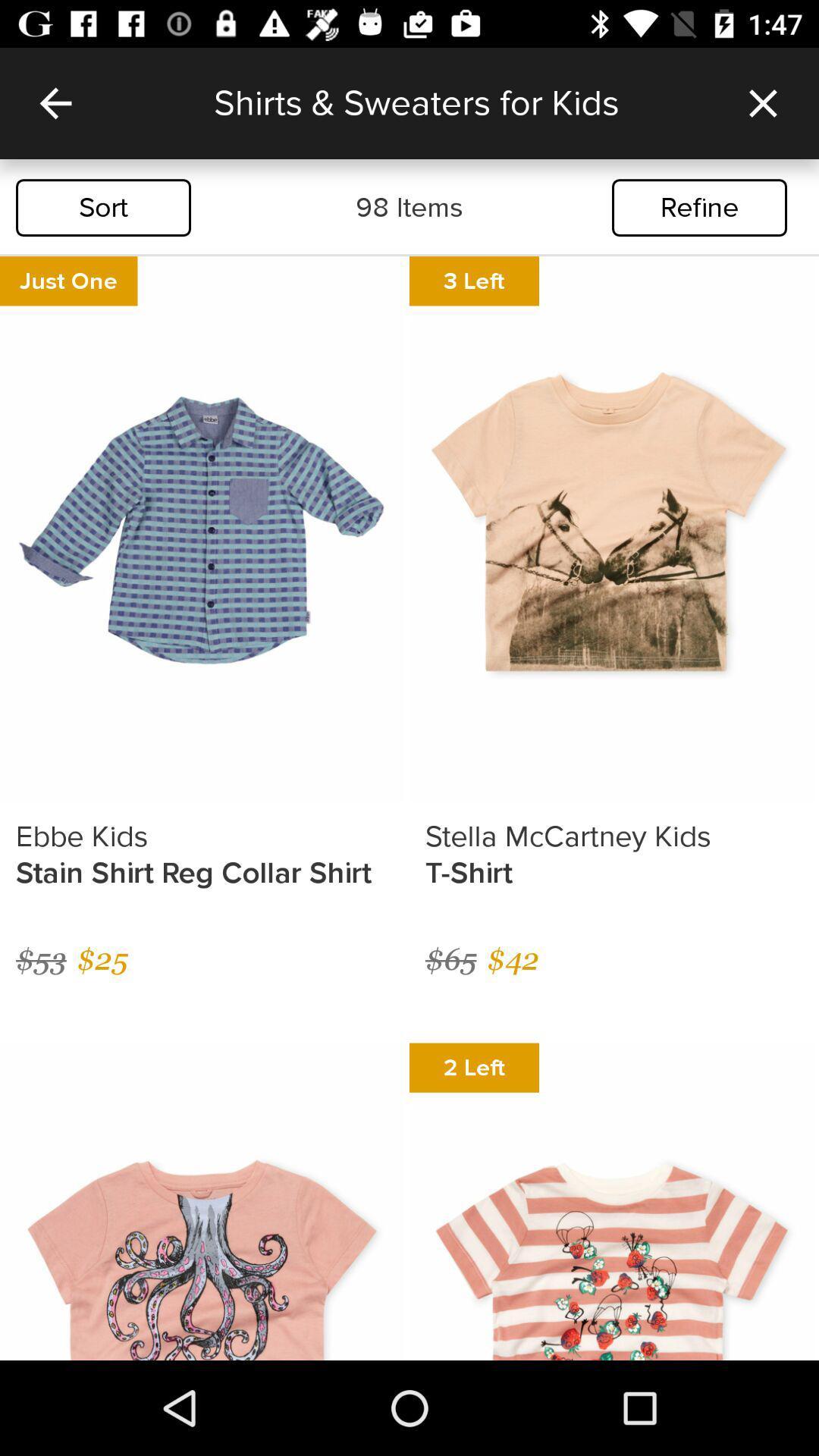  What do you see at coordinates (763, 102) in the screenshot?
I see `item to the right of shirts sweaters for icon` at bounding box center [763, 102].